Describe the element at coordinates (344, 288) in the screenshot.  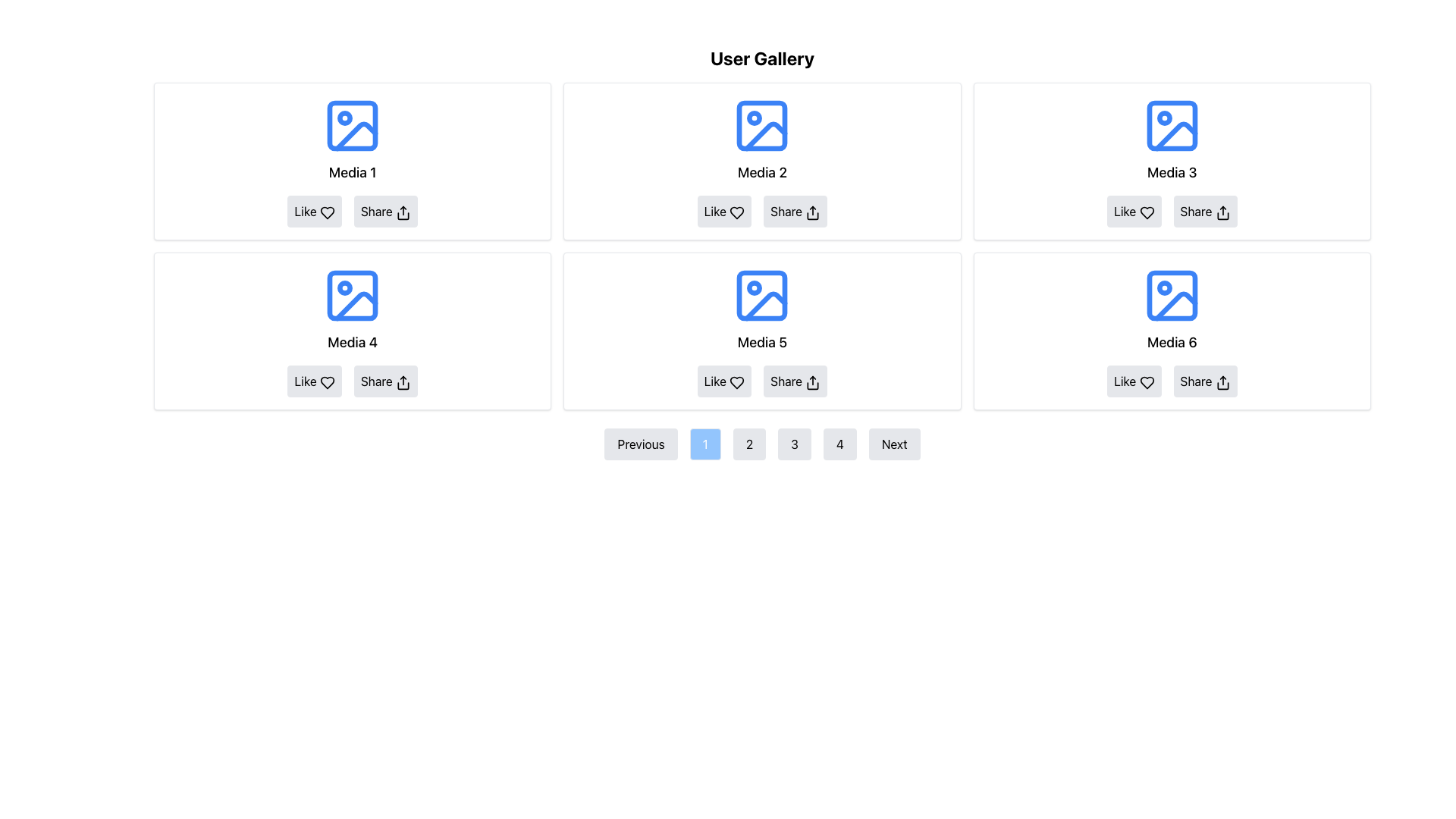
I see `the second Circle decoration element within the SVG graphic located in the 'Media 4' content block` at that location.